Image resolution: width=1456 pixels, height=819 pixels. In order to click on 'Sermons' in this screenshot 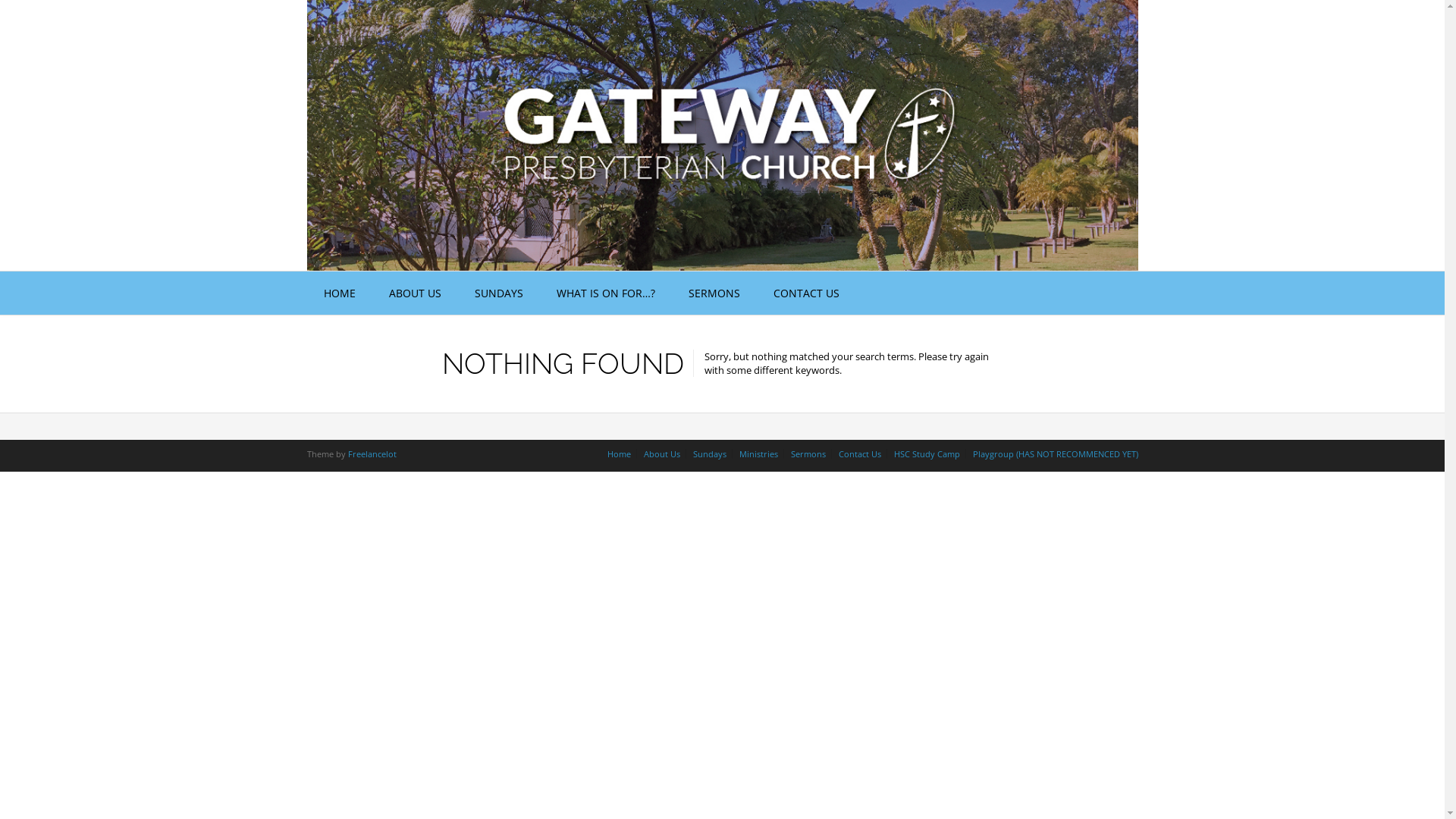, I will do `click(807, 453)`.